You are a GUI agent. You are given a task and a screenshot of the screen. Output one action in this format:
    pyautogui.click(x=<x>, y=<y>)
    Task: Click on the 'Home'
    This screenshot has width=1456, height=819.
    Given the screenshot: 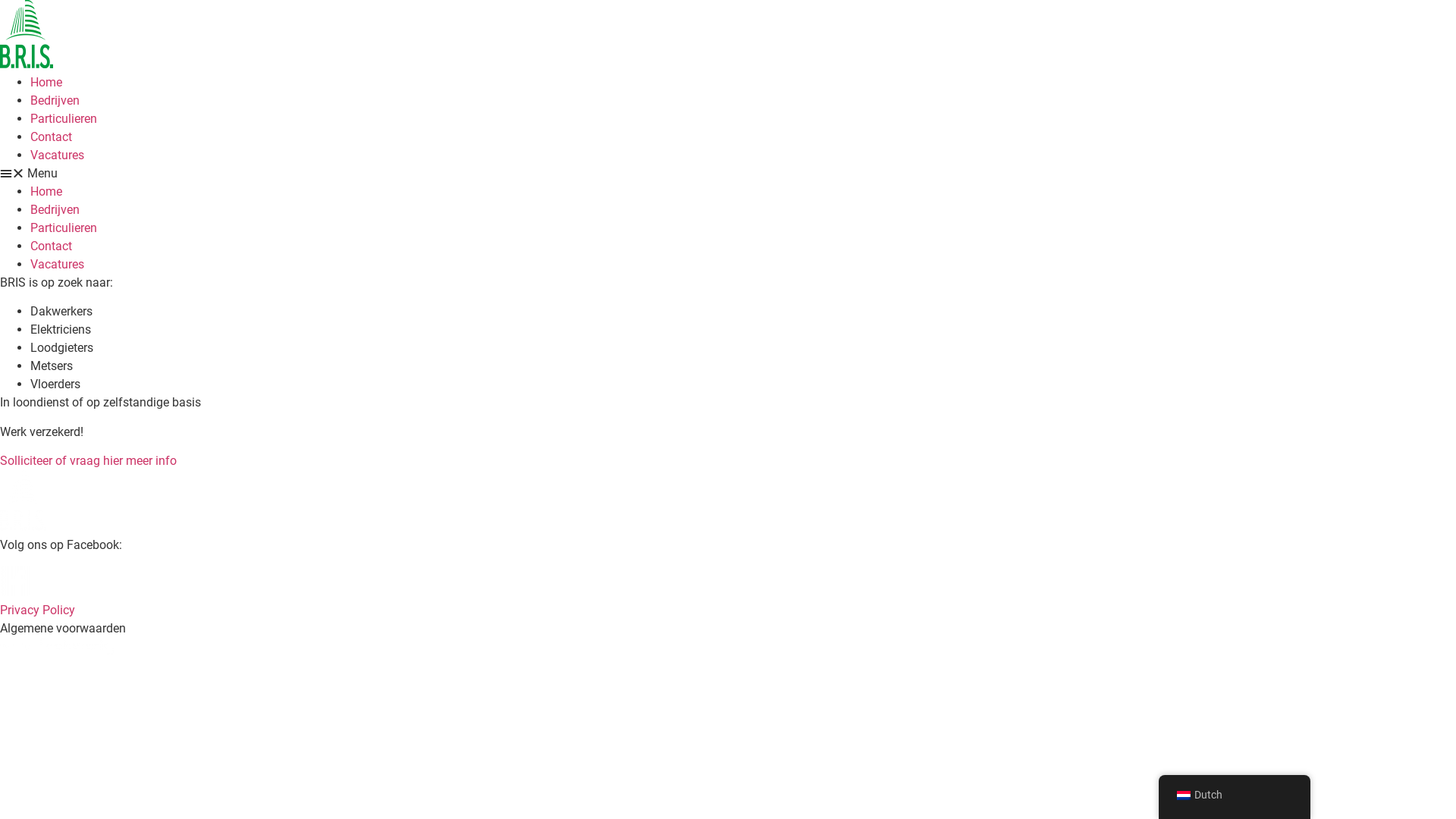 What is the action you would take?
    pyautogui.click(x=46, y=82)
    